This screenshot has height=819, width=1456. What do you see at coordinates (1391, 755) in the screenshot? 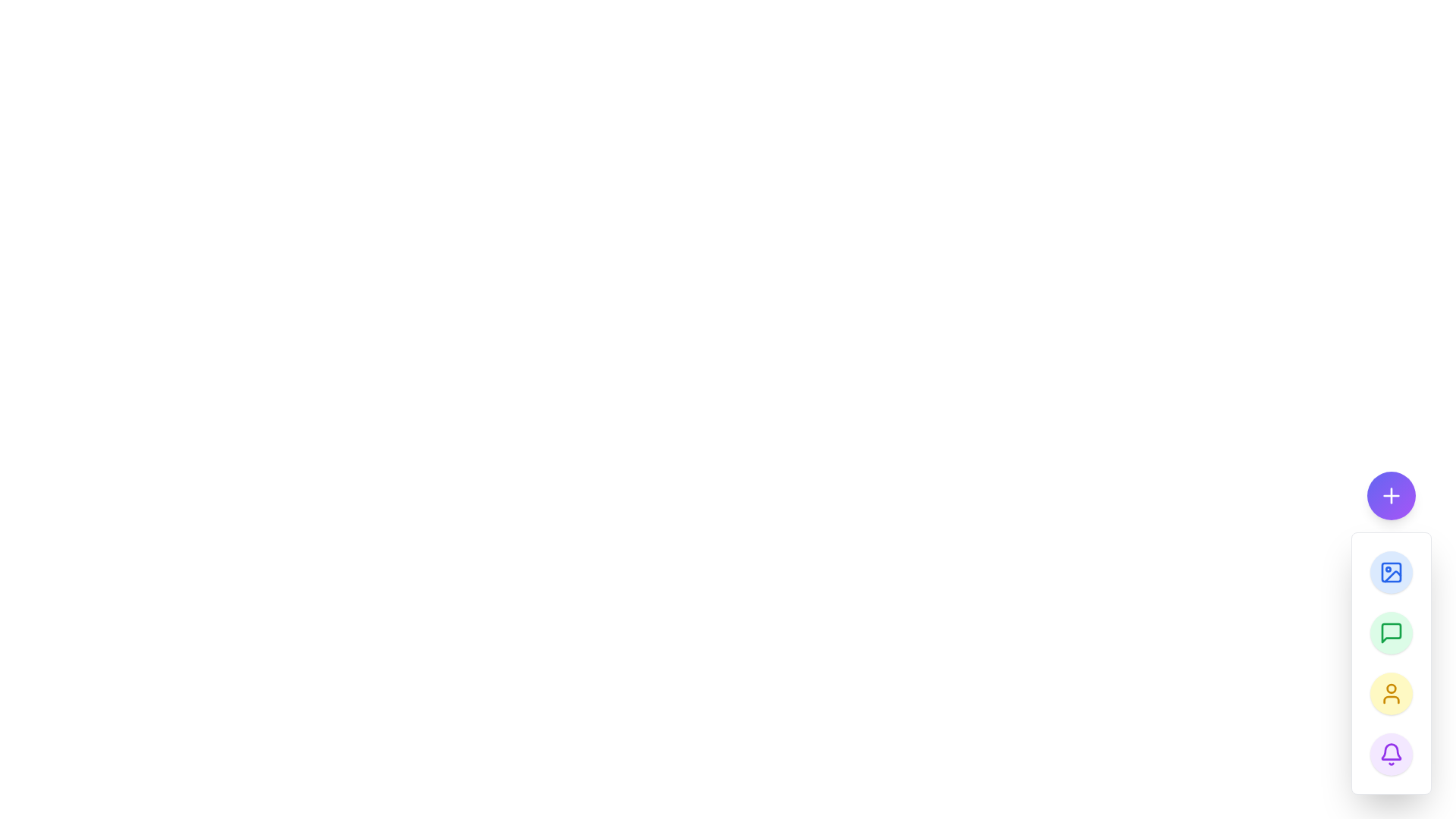
I see `the notification button located below the yellow user icon in the vertical menu of navigational buttons` at bounding box center [1391, 755].